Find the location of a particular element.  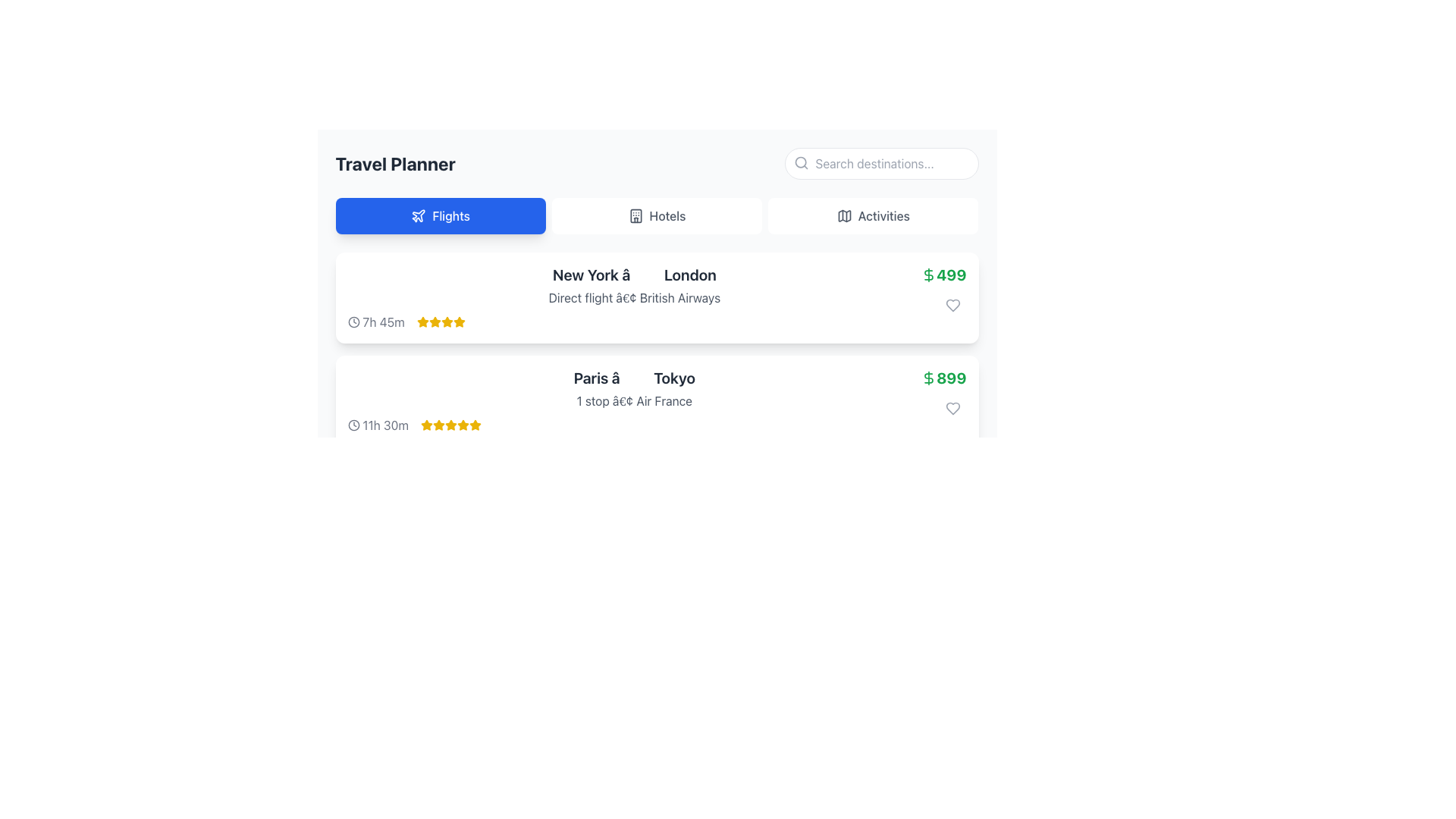

the map icon located to the left of the text 'Activities' in the top navigation bar is located at coordinates (843, 216).